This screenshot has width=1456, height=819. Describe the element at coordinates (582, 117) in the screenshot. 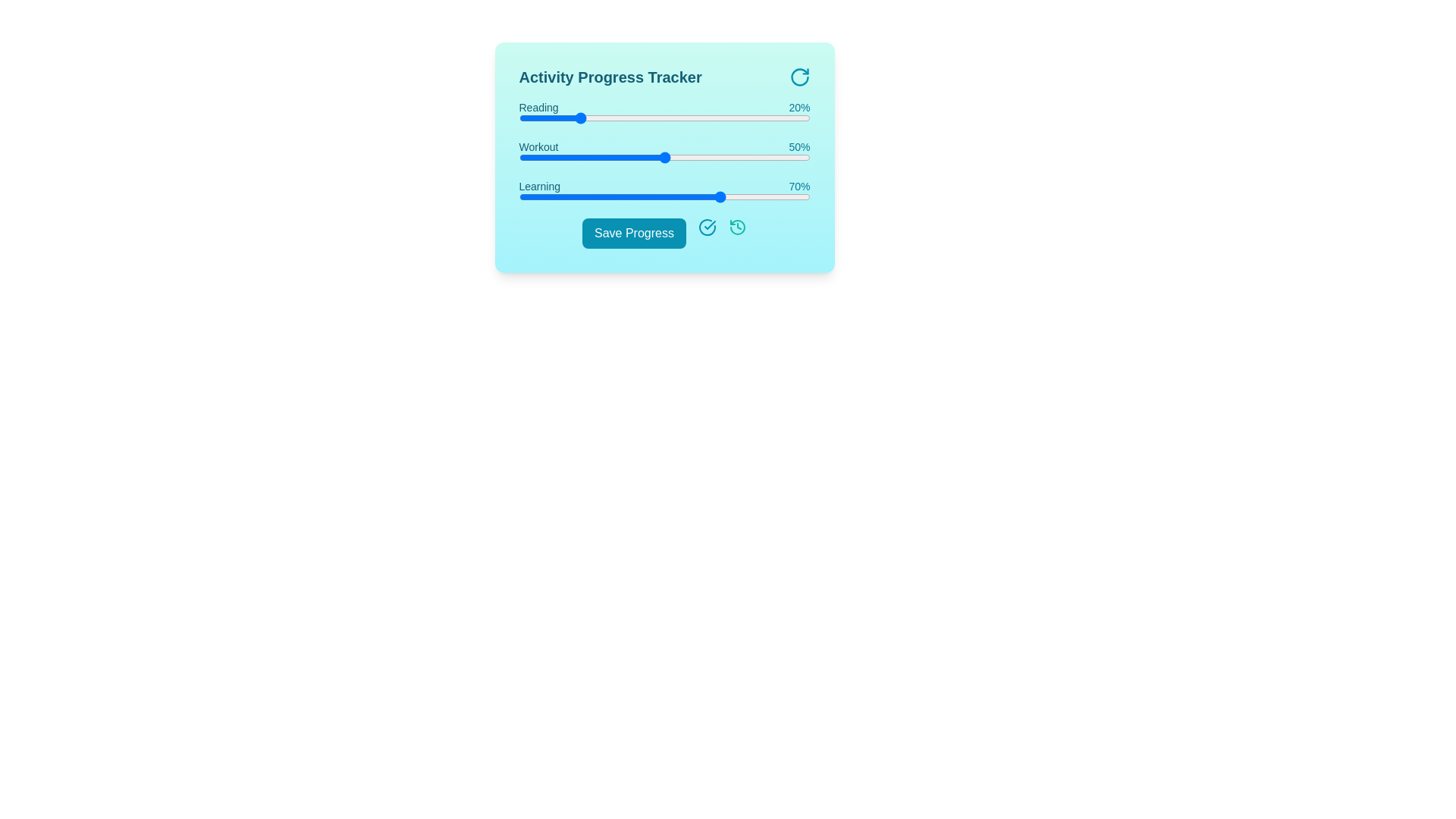

I see `the progress value for a specific activity by setting the slider to 22` at that location.